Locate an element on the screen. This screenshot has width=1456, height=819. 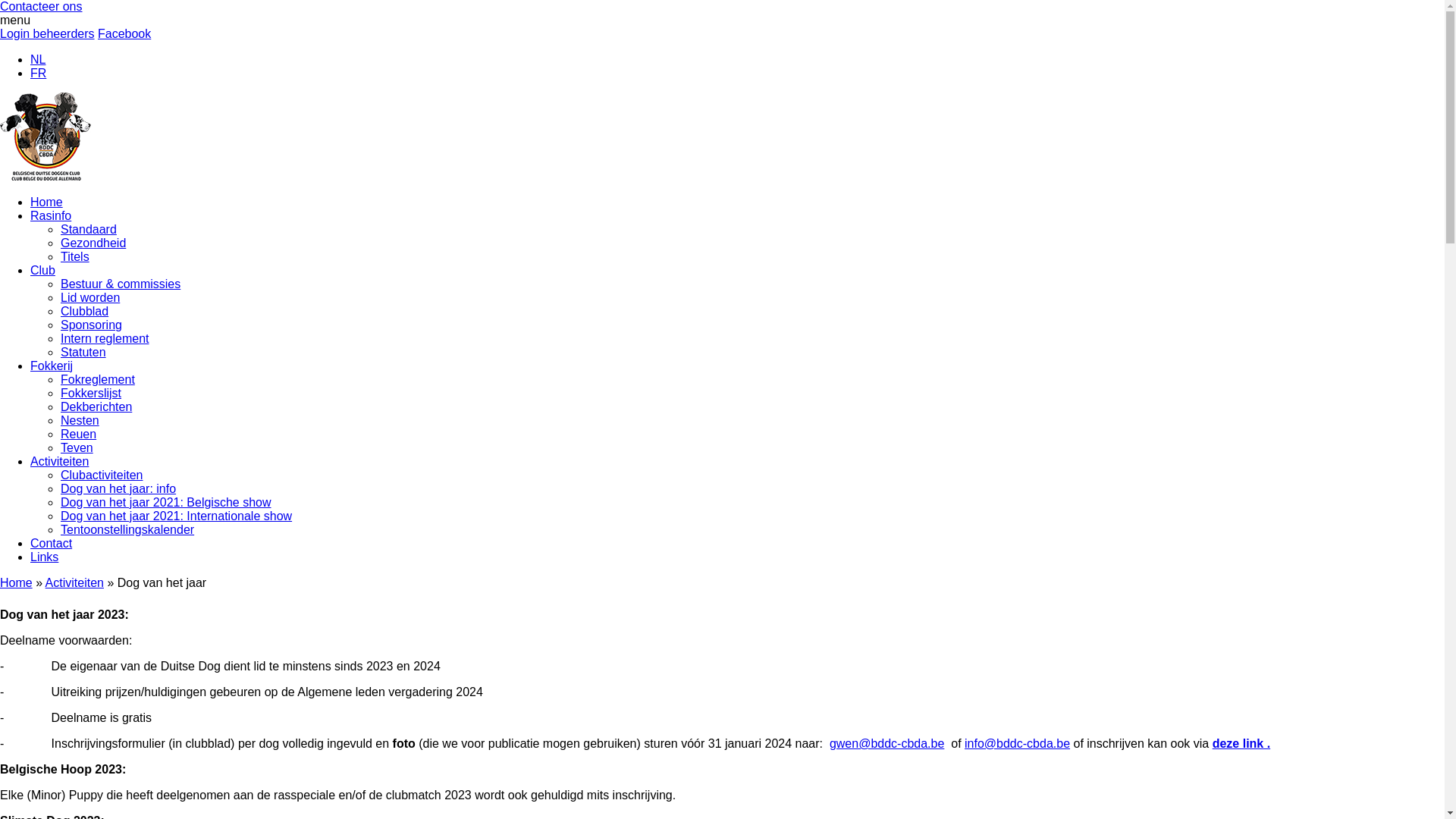
'Dog van het jaar: info' is located at coordinates (61, 488).